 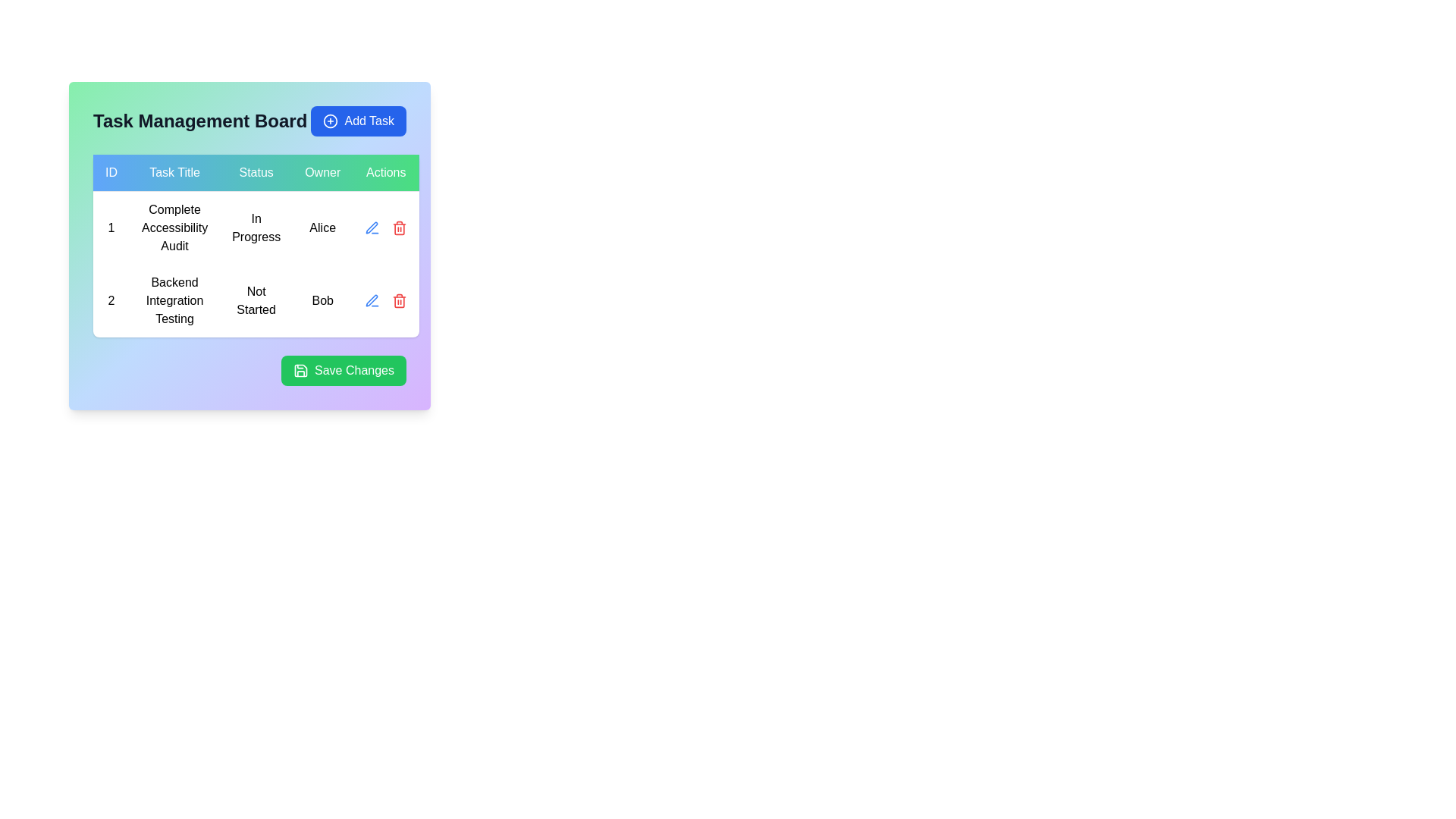 I want to click on the text label reading 'Complete Accessibility Audit' located in the 'Task Title' column of the first row in the 'Task Management Board' table, so click(x=174, y=227).